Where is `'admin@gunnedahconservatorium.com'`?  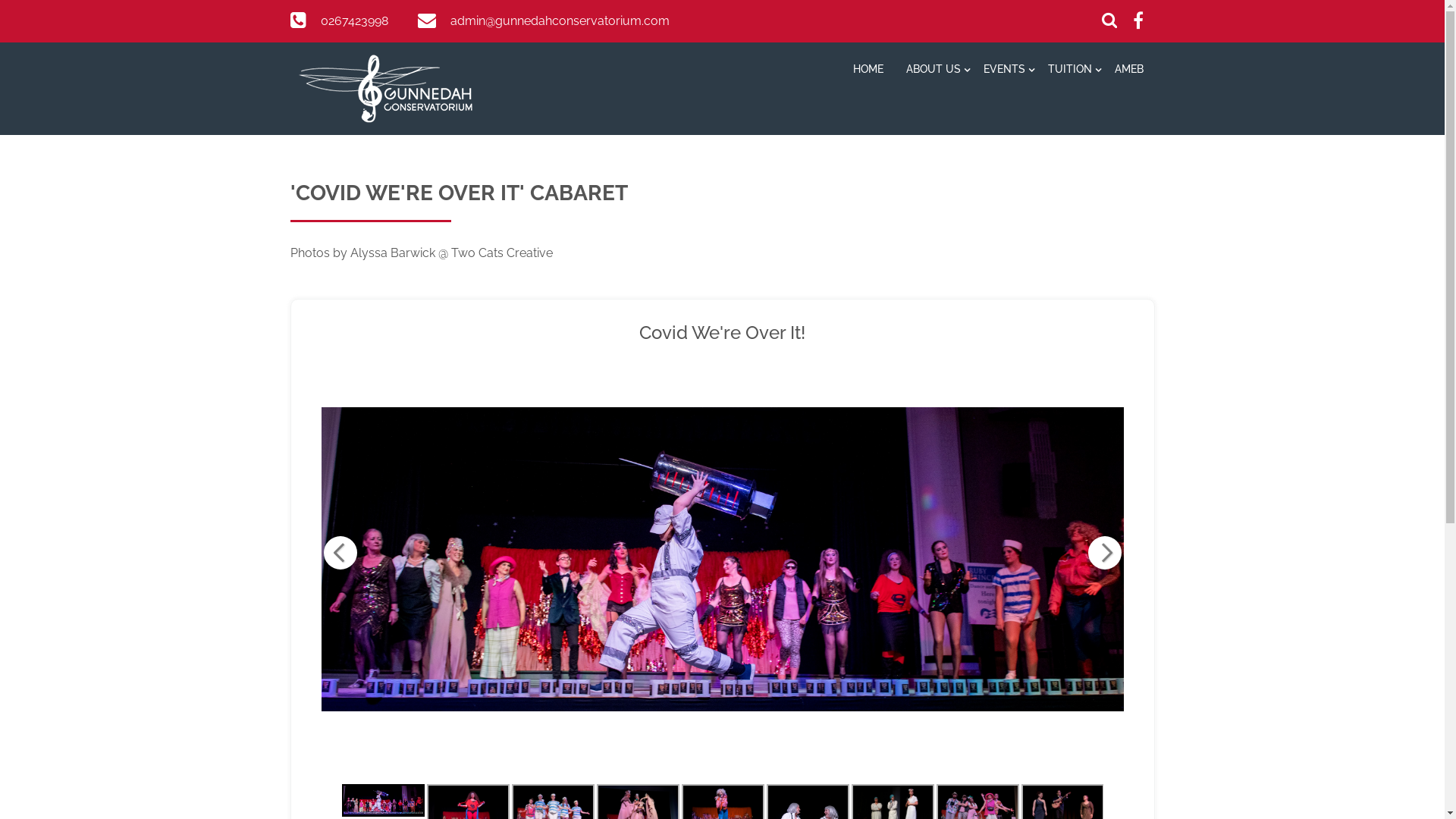
'admin@gunnedahconservatorium.com' is located at coordinates (559, 20).